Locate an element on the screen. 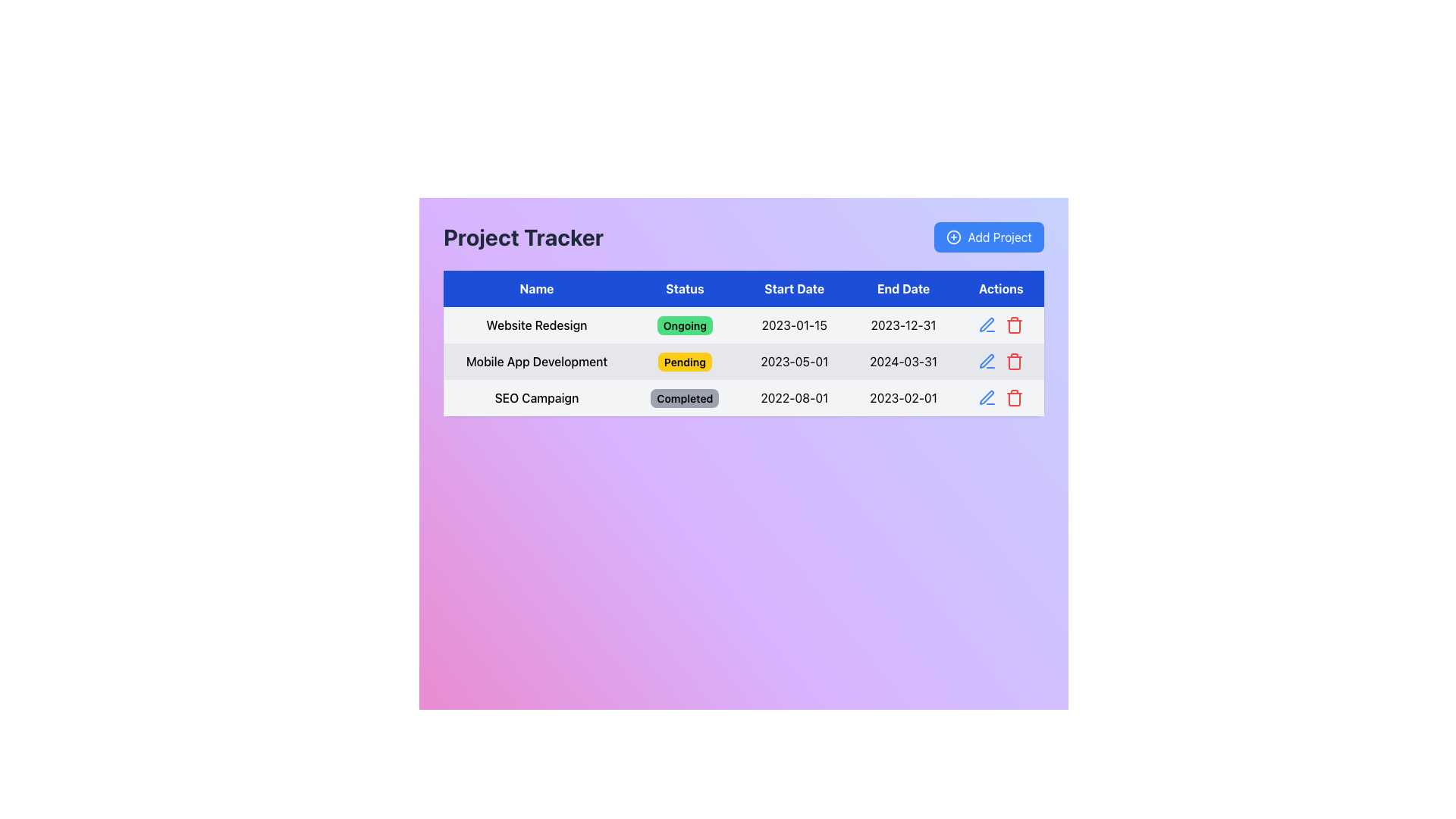 The height and width of the screenshot is (819, 1456). the red trash icon button located in the 'Actions' column of the last row in the table to observe the tooltip or style change is located at coordinates (1015, 324).